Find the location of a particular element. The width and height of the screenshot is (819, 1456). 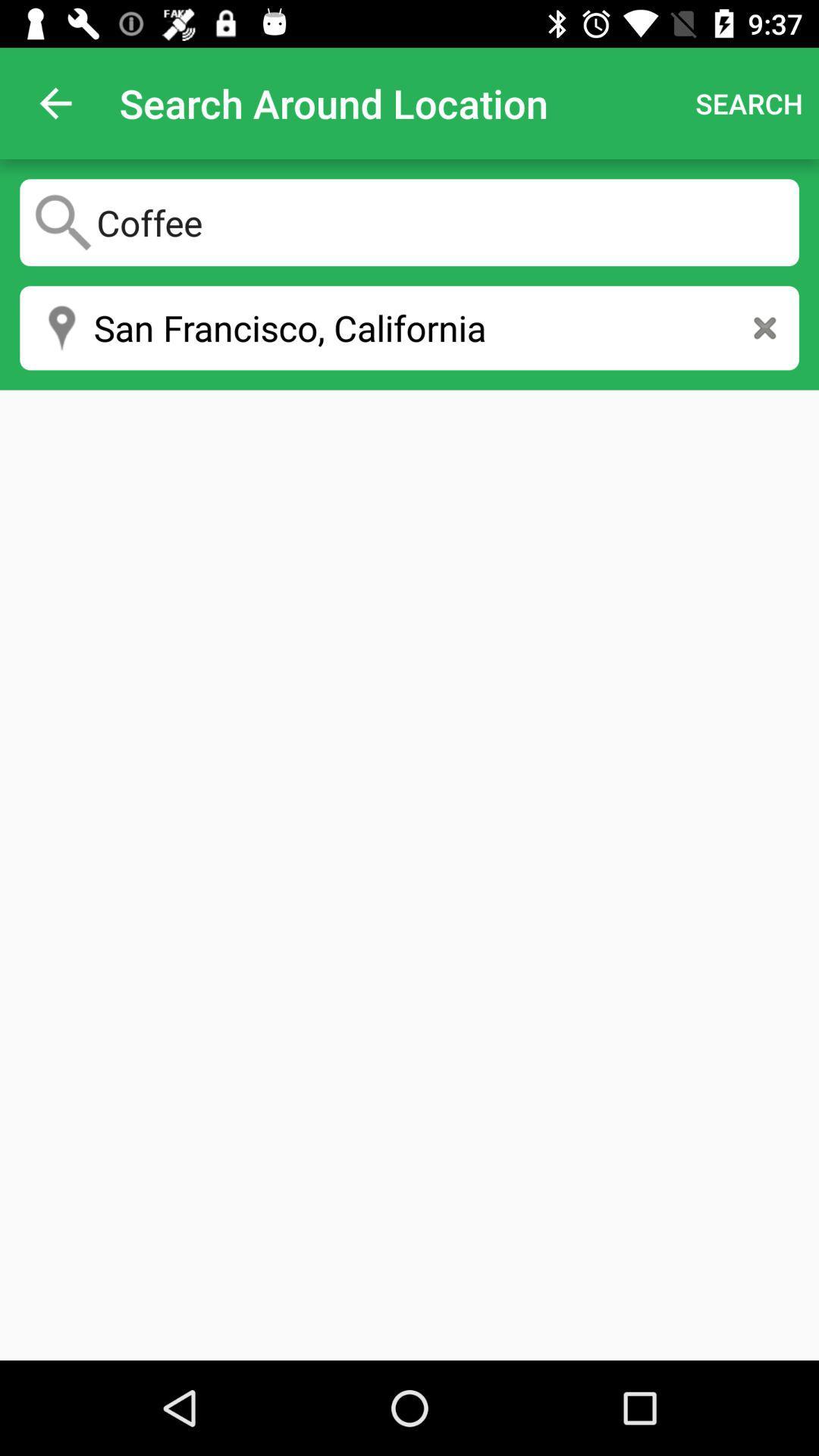

coffee icon is located at coordinates (409, 221).